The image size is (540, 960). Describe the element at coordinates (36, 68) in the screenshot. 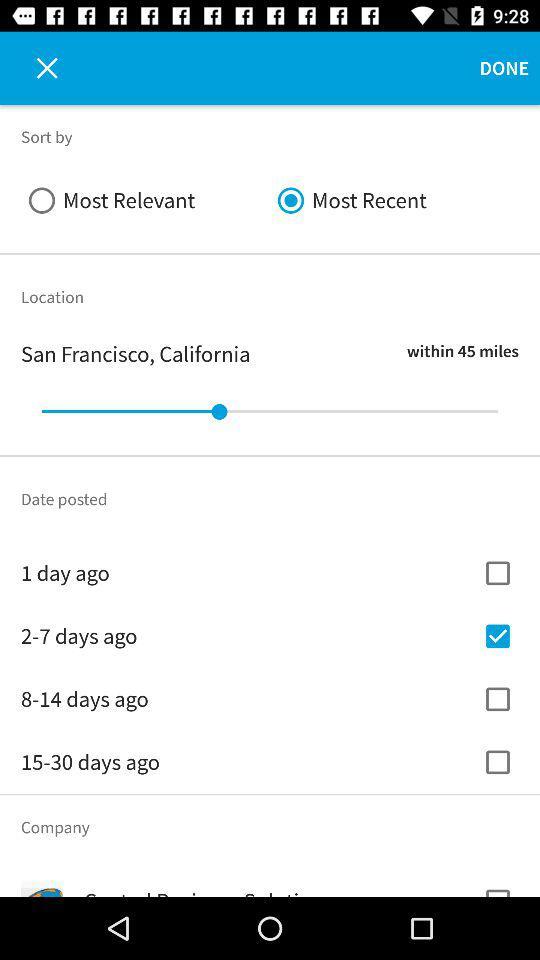

I see `item next to filter` at that location.